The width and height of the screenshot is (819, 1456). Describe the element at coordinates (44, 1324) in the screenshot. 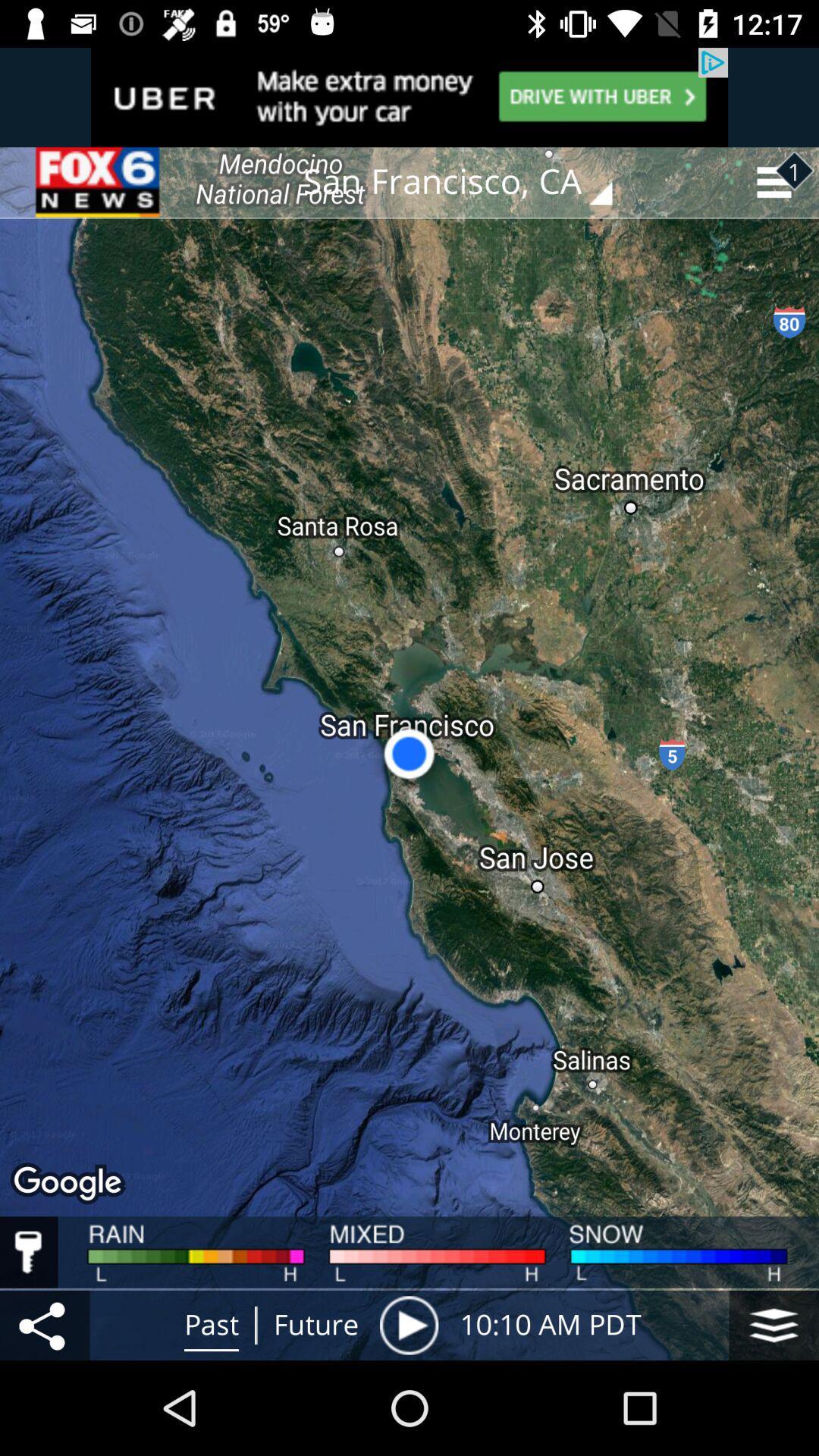

I see `the icon next to past icon` at that location.